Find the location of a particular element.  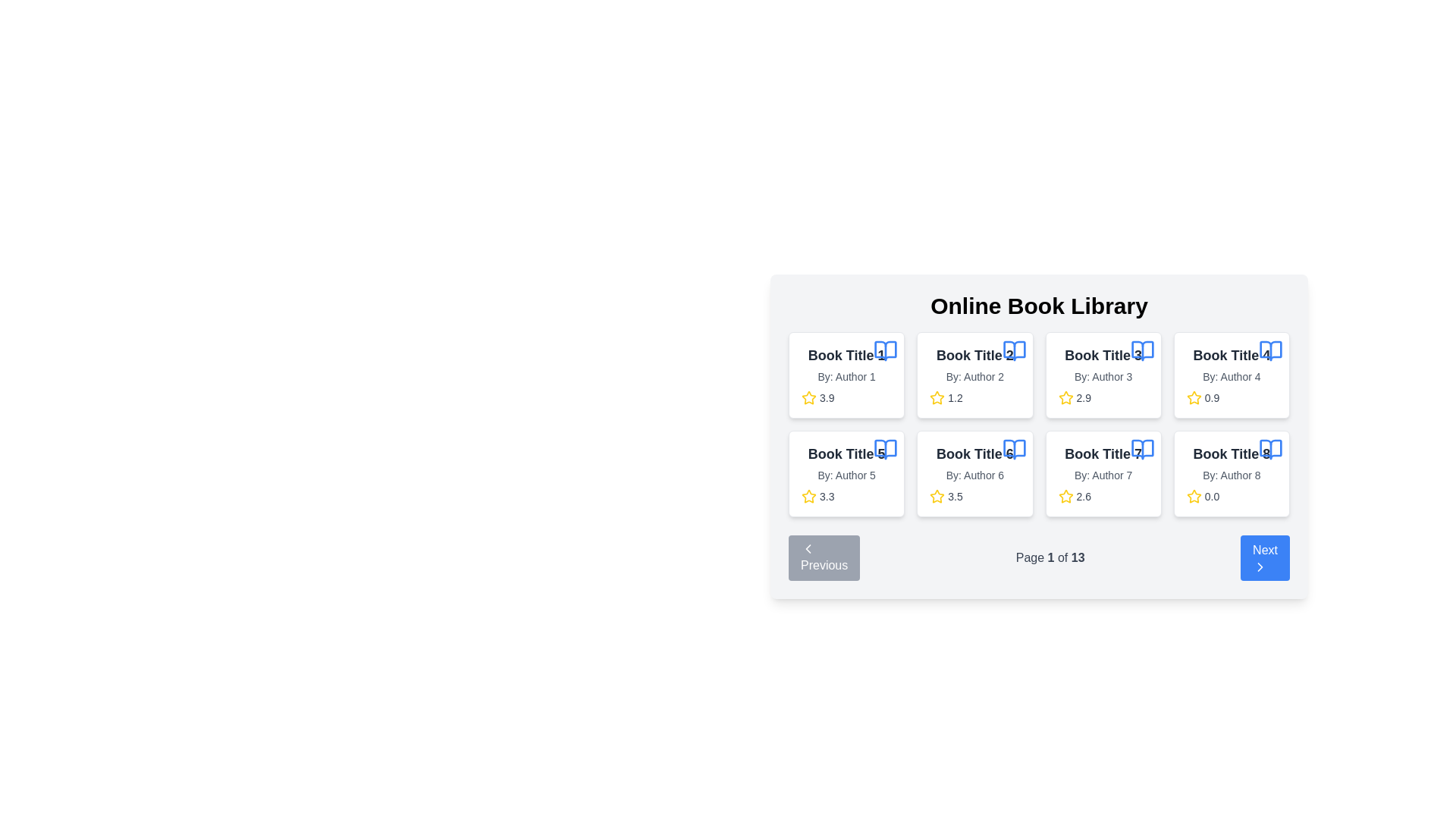

the 'Next' button which is a rectangular button with rounded edges, styled with a blue background and white text, positioned to the right of the pagination text 'Page 1 of 13' is located at coordinates (1265, 558).